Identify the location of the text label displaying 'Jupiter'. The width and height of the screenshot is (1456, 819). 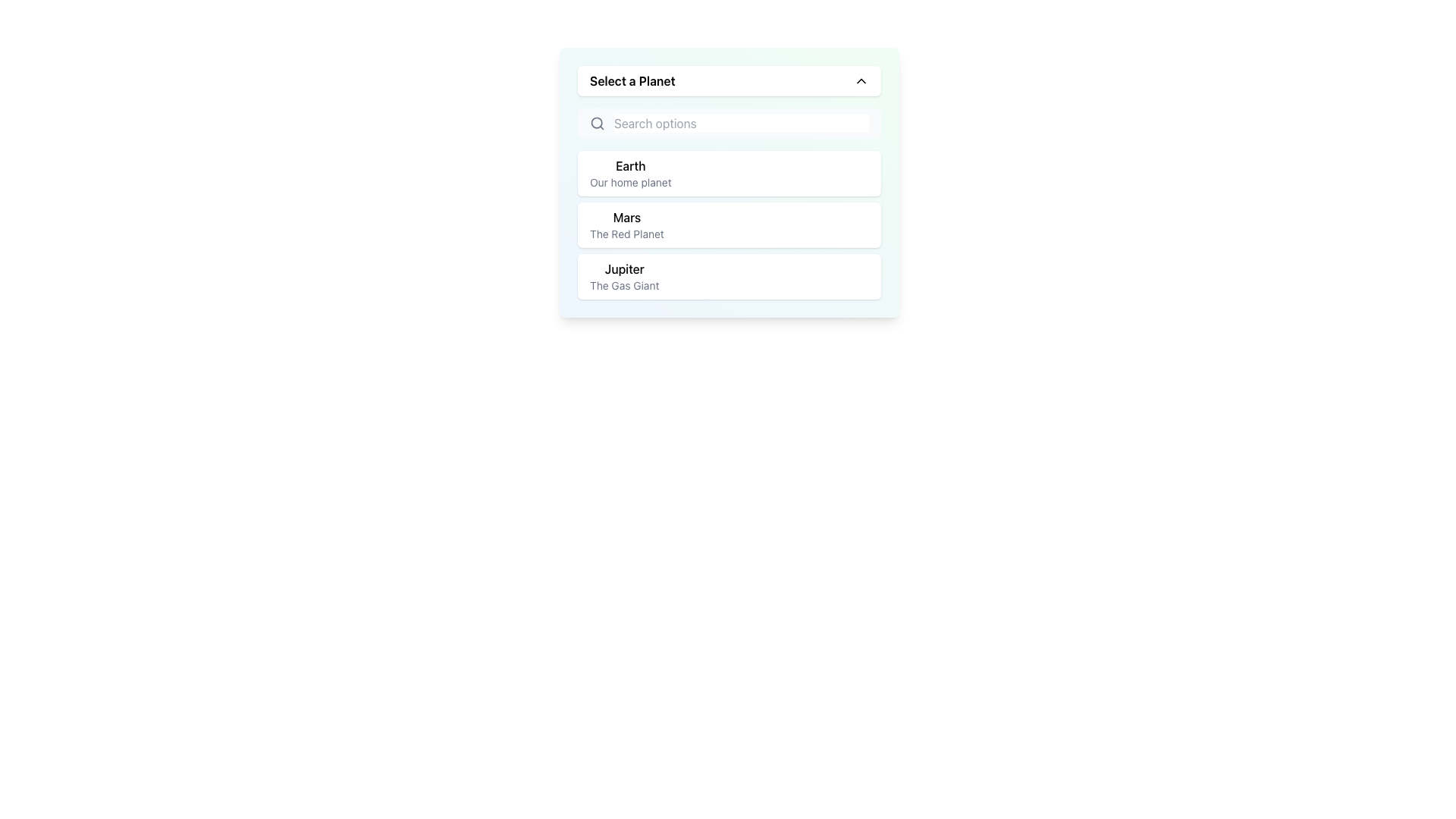
(624, 268).